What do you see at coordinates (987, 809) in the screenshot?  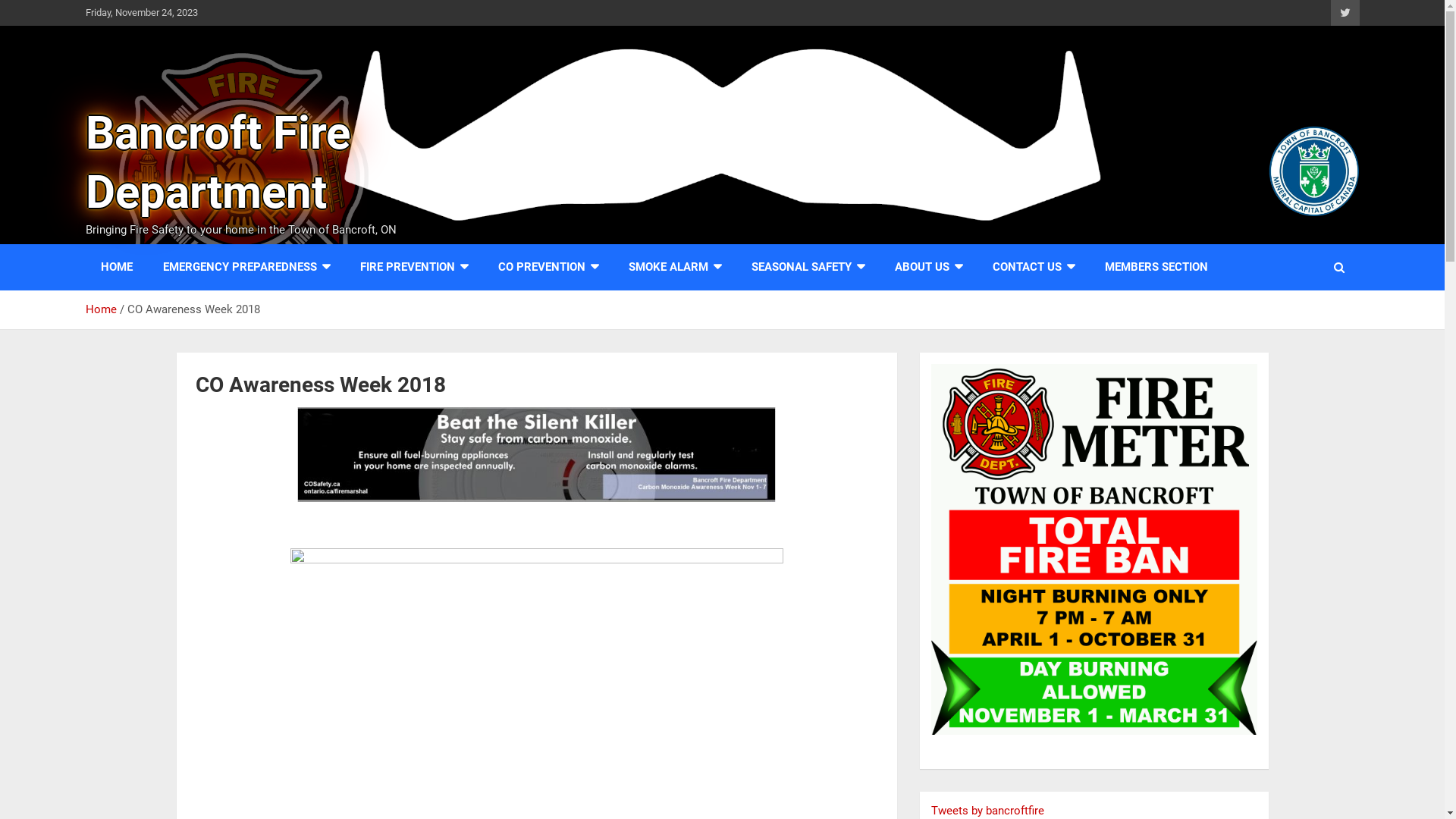 I see `'Tweets by bancroftfire'` at bounding box center [987, 809].